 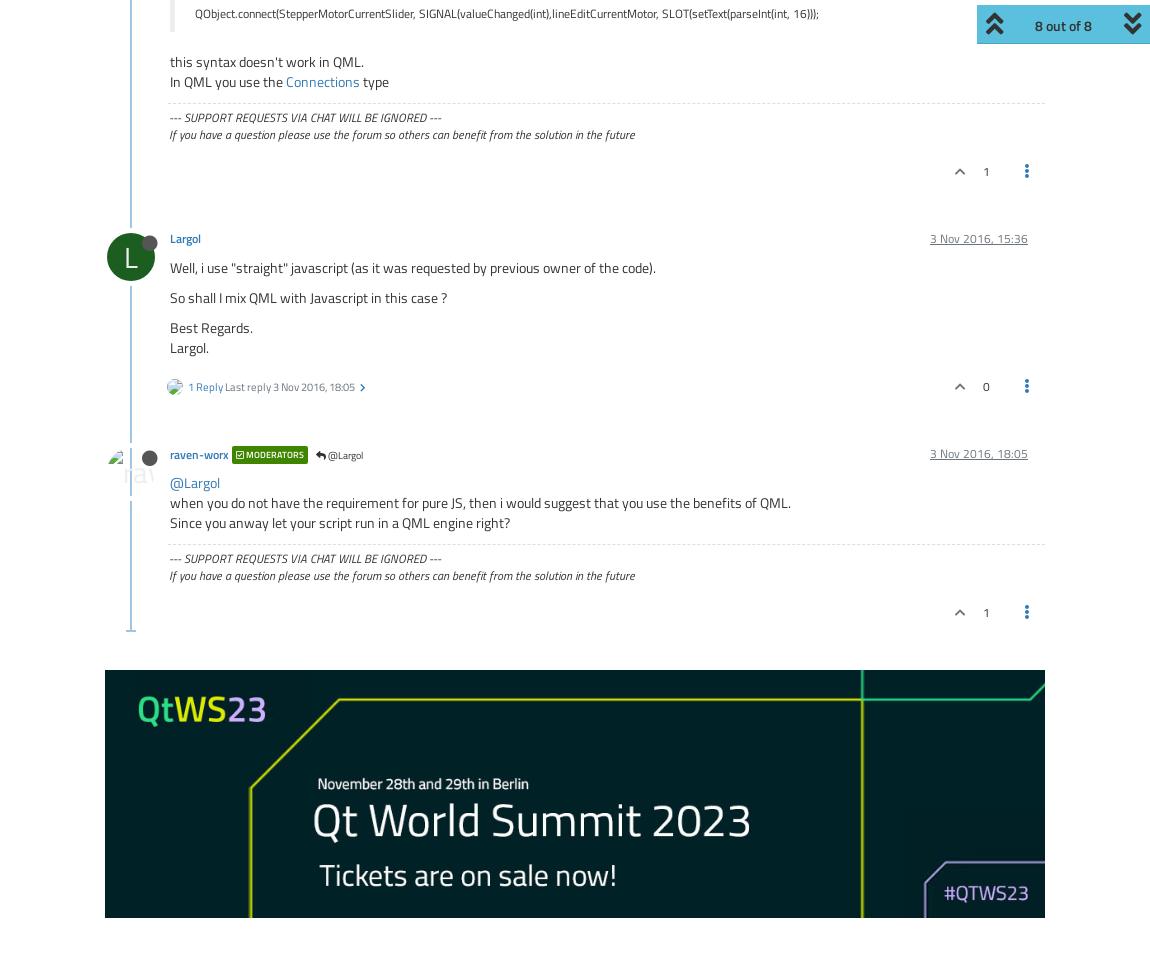 I want to click on 'Largol.', so click(x=188, y=345).